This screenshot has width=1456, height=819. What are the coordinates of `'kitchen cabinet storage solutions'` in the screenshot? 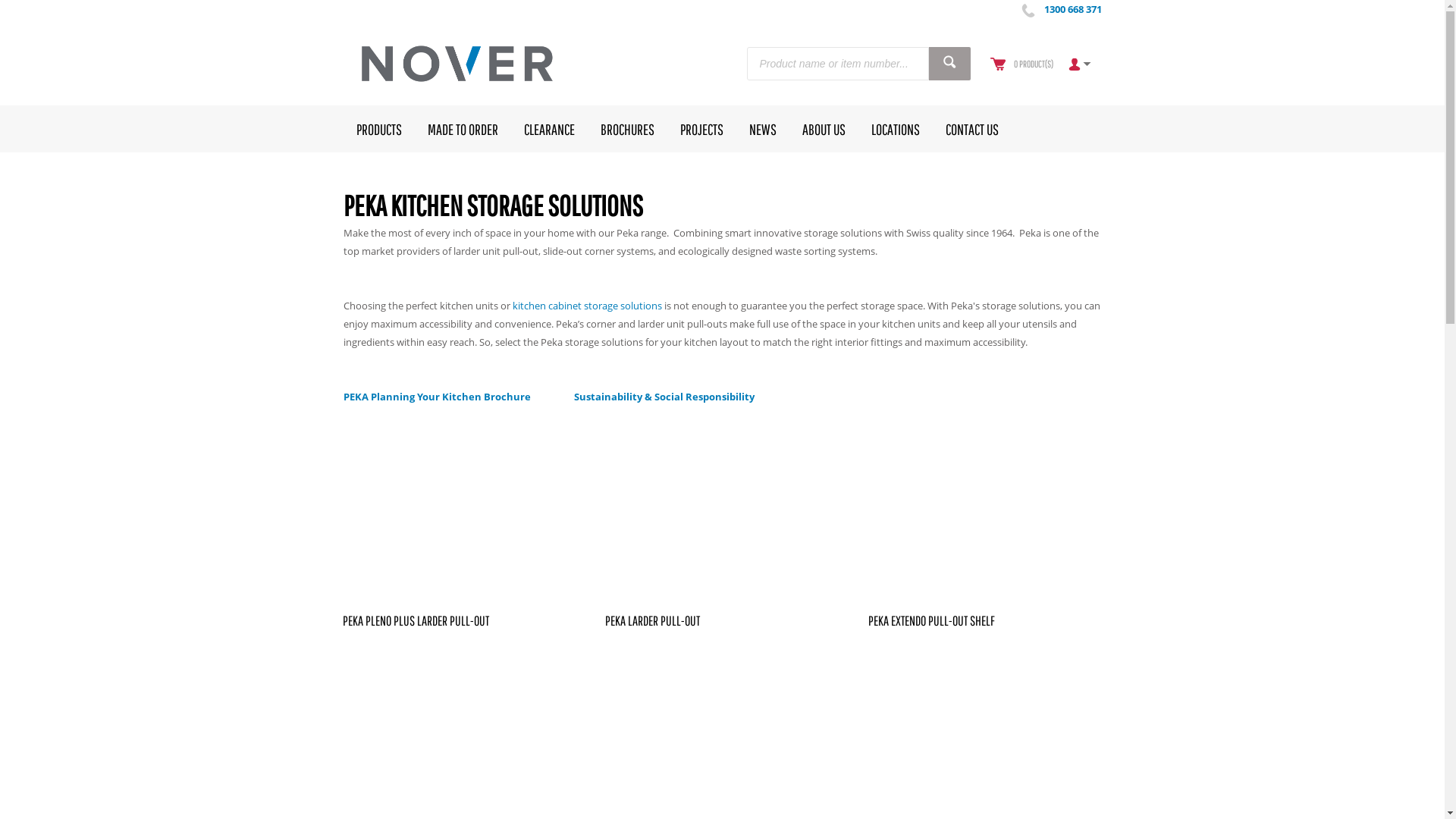 It's located at (586, 305).